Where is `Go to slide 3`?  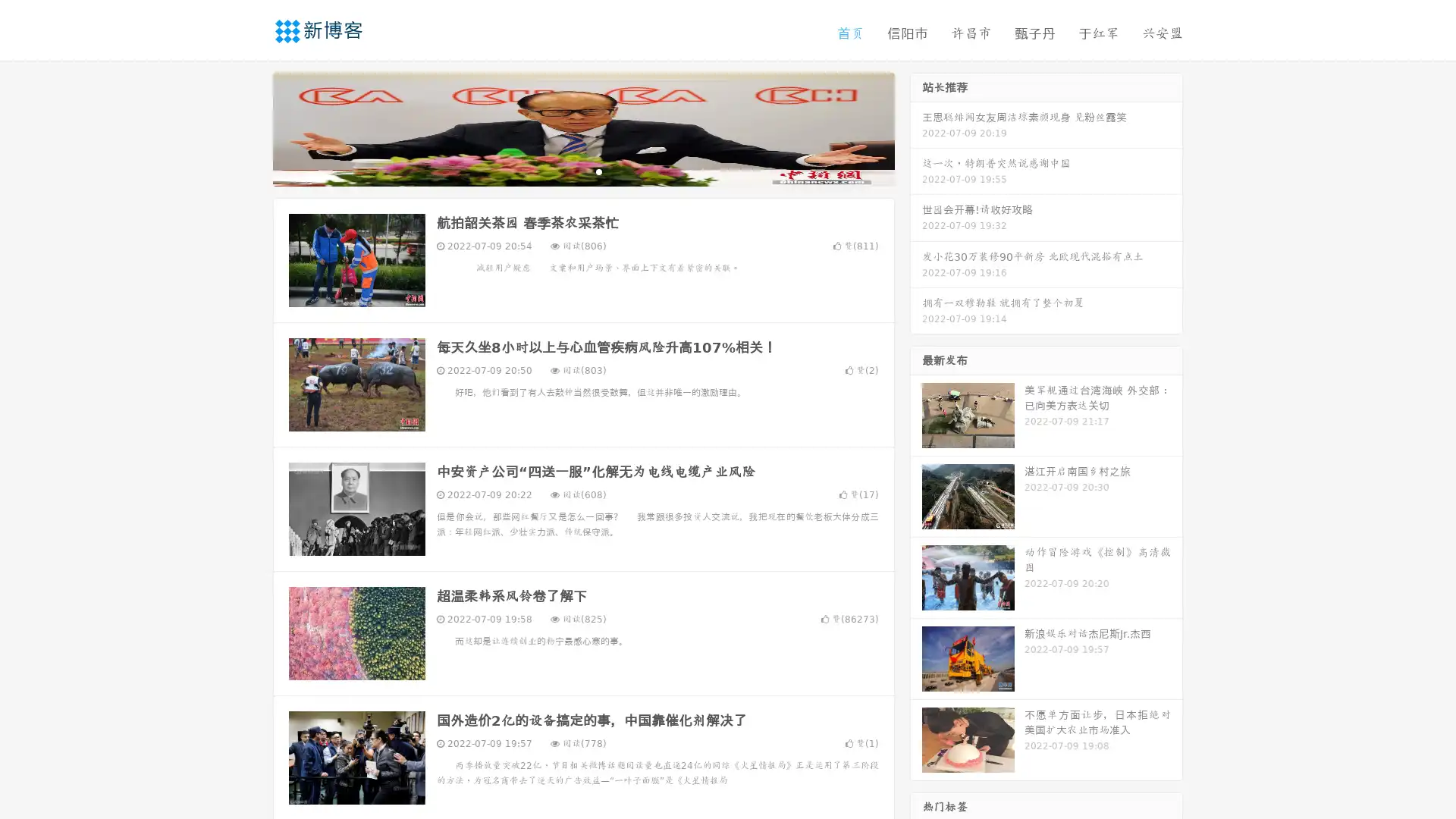 Go to slide 3 is located at coordinates (598, 171).